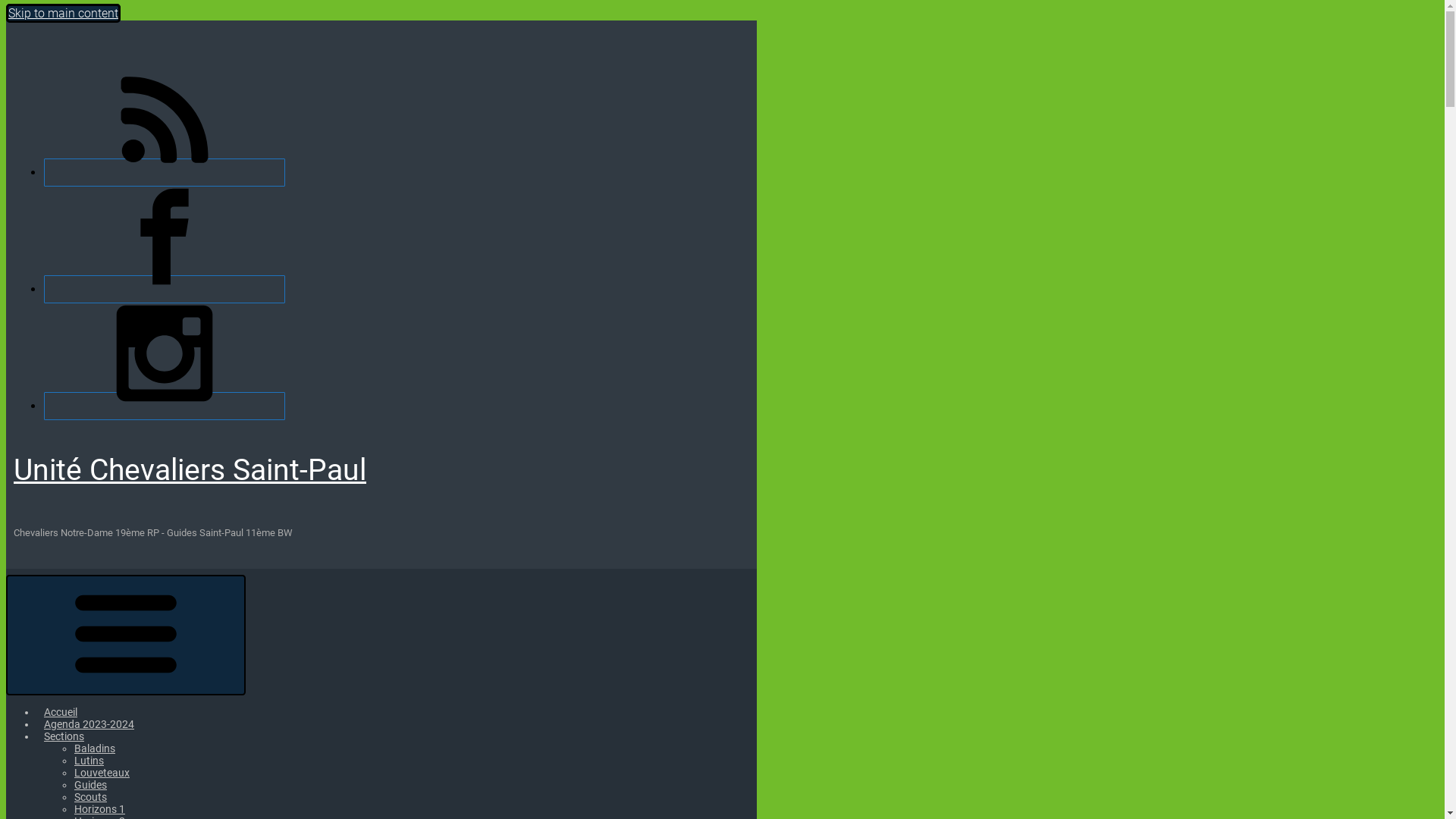  I want to click on 'Agenda 2023-2024', so click(88, 723).